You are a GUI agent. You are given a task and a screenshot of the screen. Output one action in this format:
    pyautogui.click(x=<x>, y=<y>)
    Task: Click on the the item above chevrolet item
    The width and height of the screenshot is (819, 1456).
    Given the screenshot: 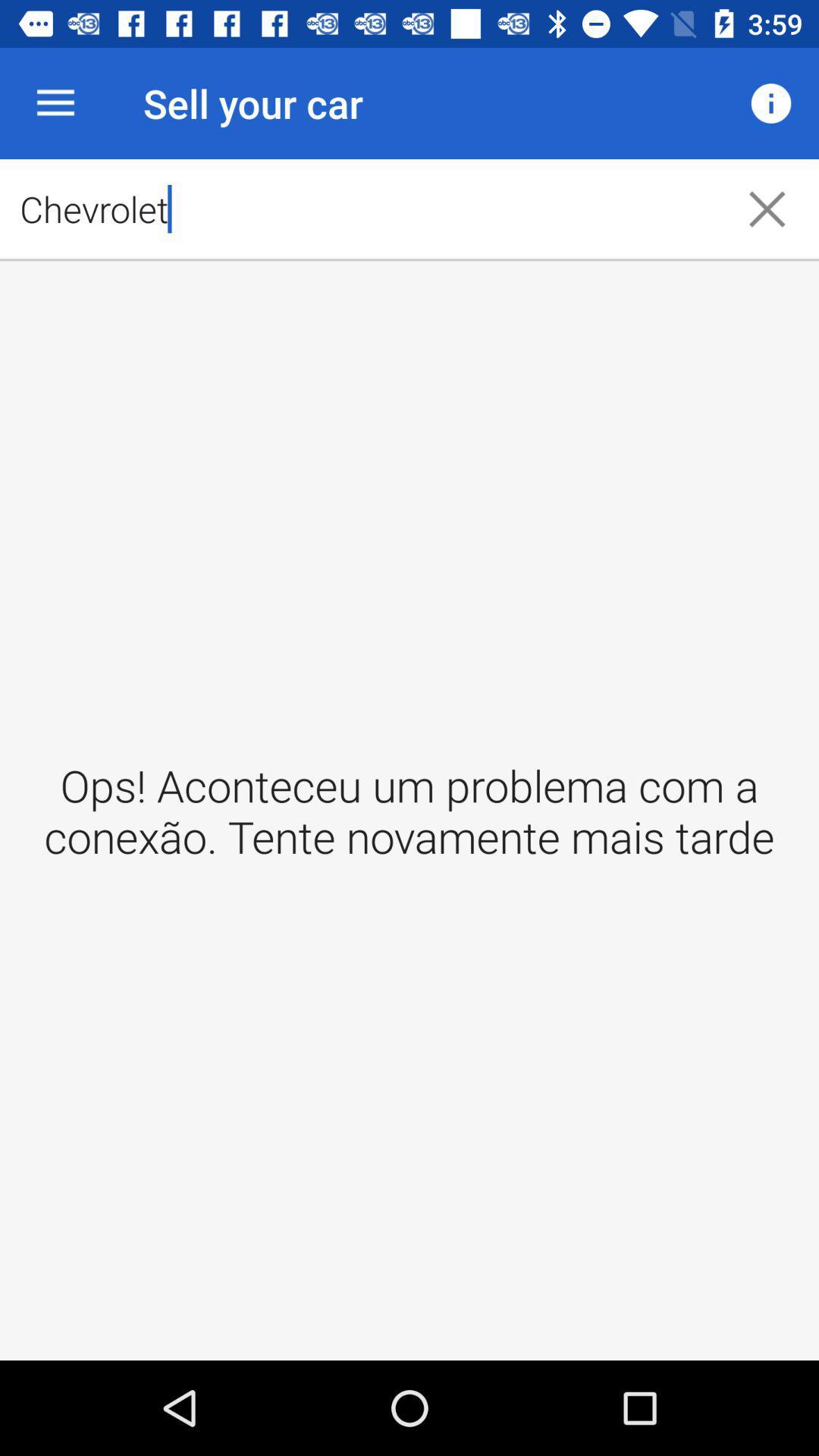 What is the action you would take?
    pyautogui.click(x=55, y=102)
    